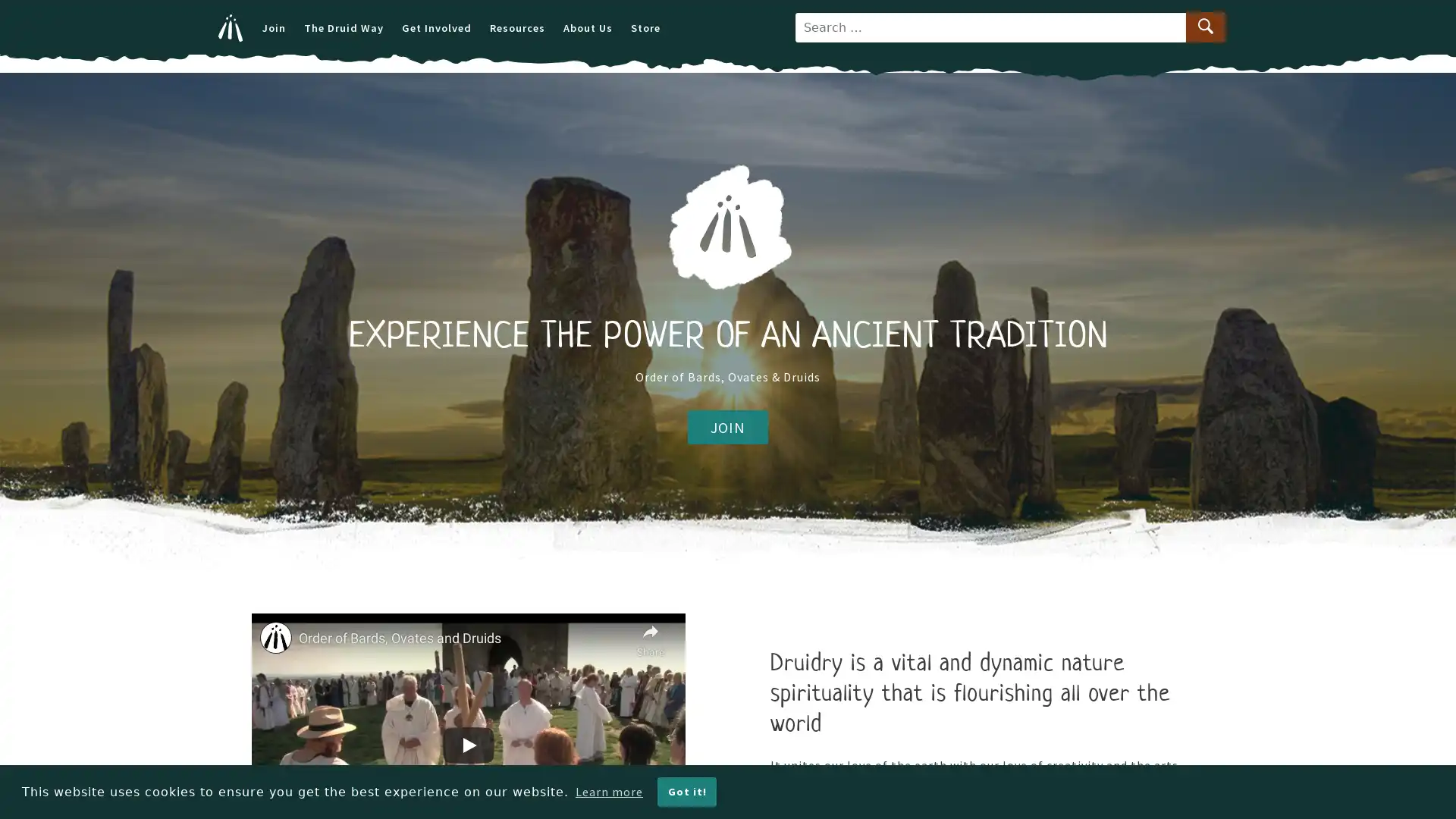 The height and width of the screenshot is (819, 1456). I want to click on dismiss cookie message, so click(686, 791).